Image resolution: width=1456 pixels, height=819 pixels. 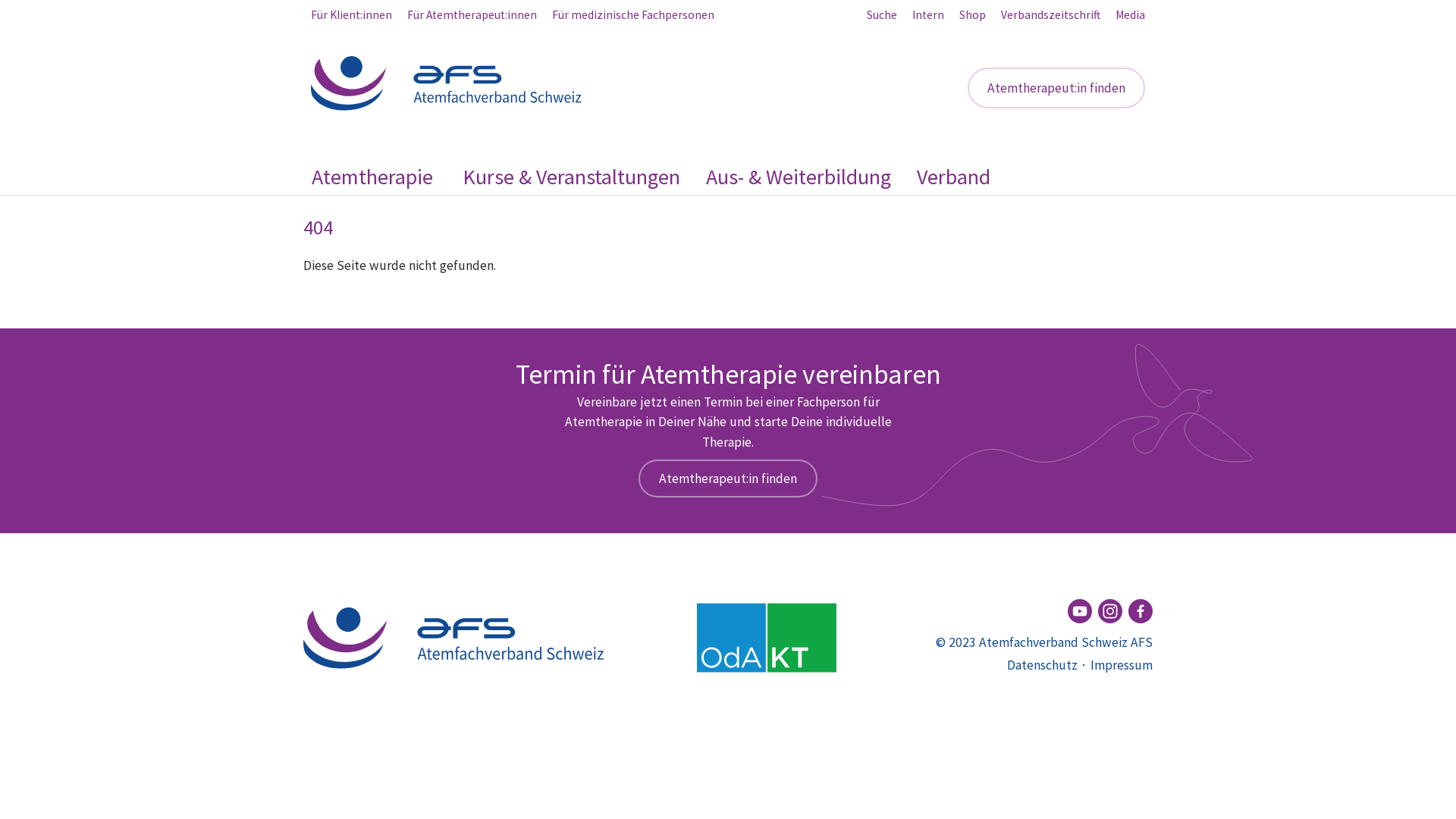 What do you see at coordinates (1041, 664) in the screenshot?
I see `'Datenschutz'` at bounding box center [1041, 664].